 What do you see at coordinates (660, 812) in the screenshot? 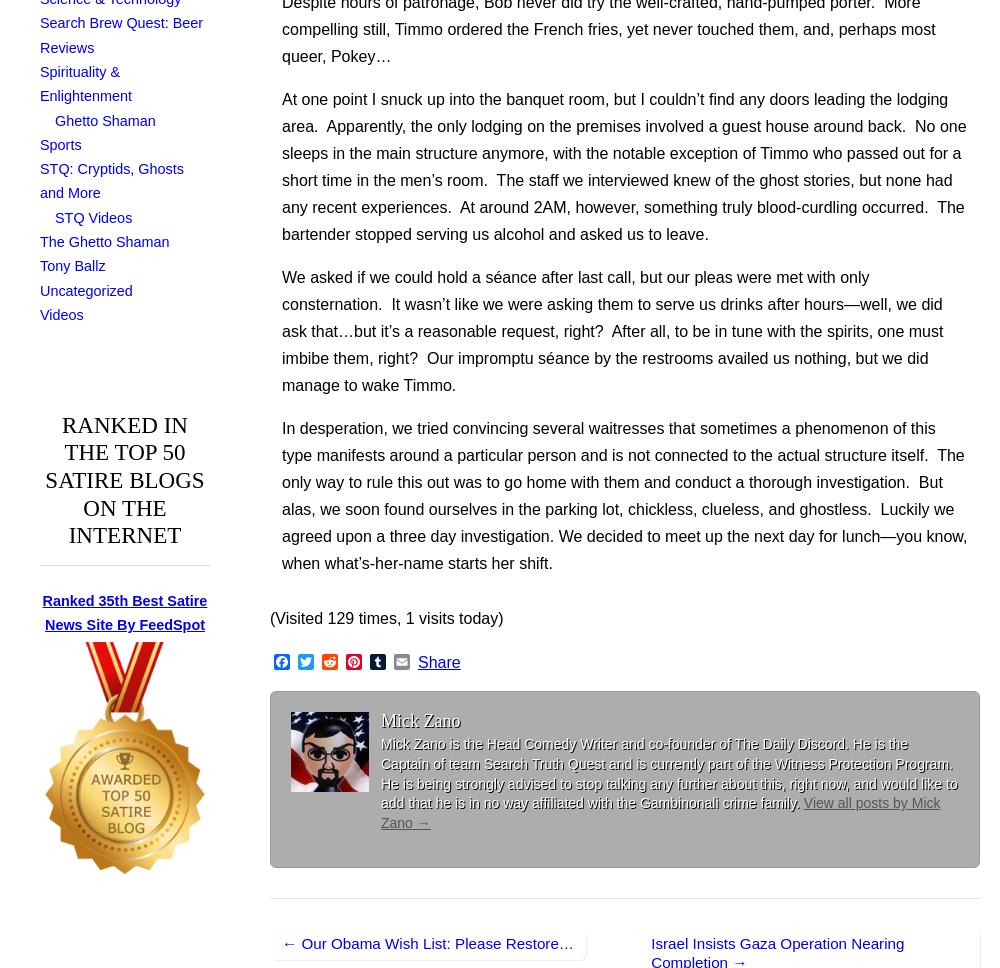
I see `'View all posts by Mick Zano'` at bounding box center [660, 812].